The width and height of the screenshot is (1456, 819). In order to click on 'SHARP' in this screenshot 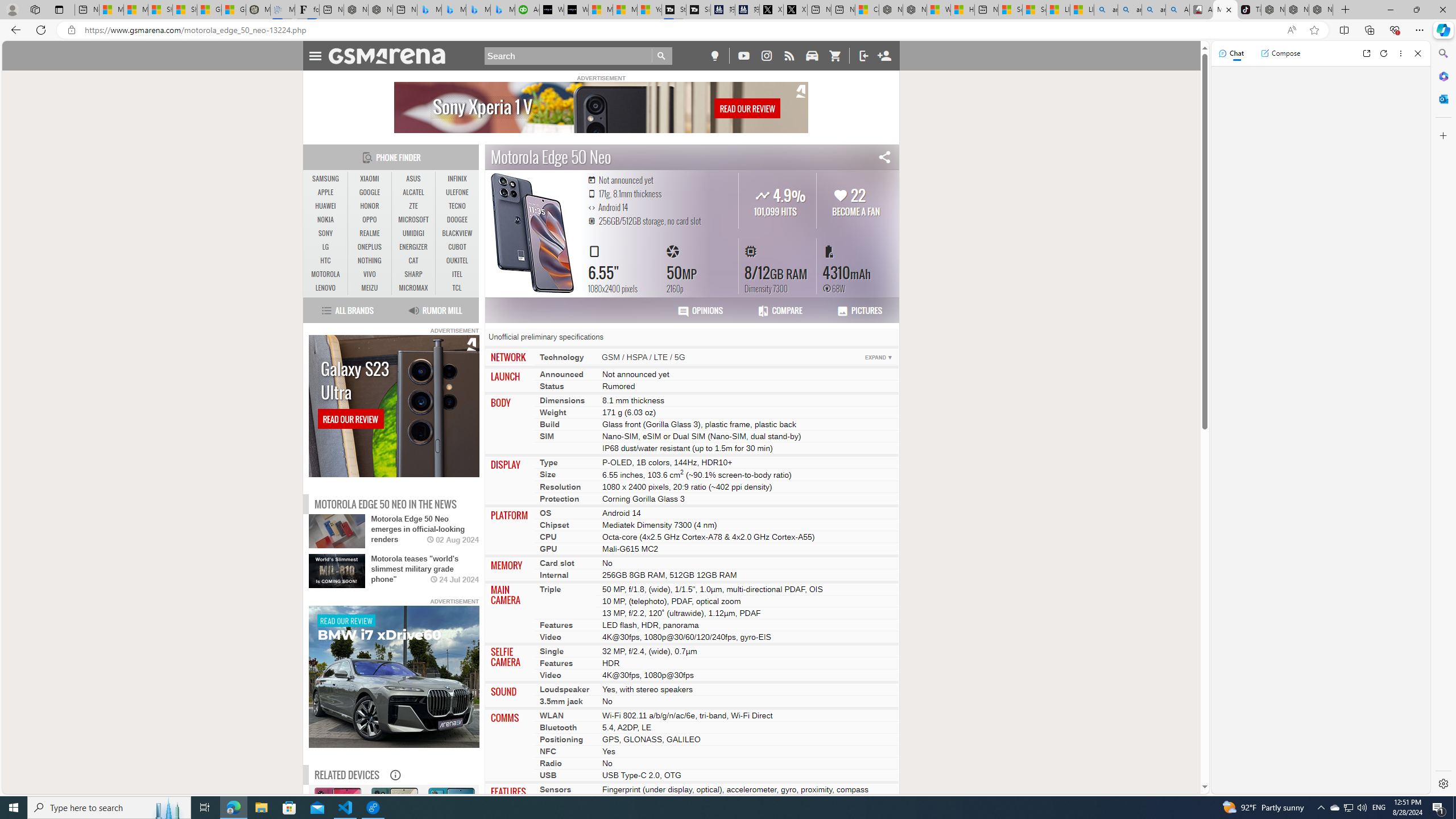, I will do `click(413, 274)`.